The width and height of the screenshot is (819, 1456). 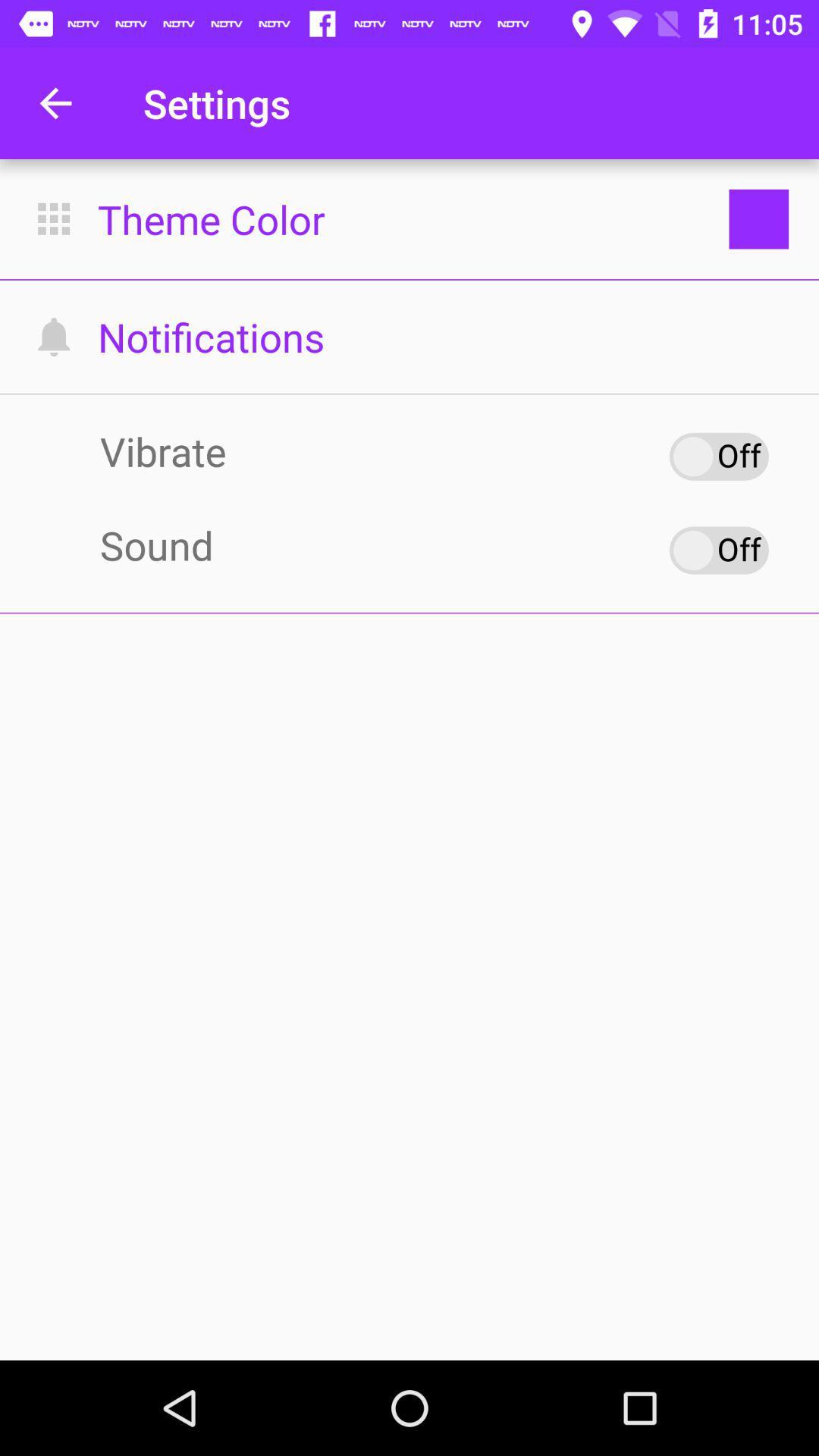 What do you see at coordinates (55, 102) in the screenshot?
I see `the item next to settings item` at bounding box center [55, 102].